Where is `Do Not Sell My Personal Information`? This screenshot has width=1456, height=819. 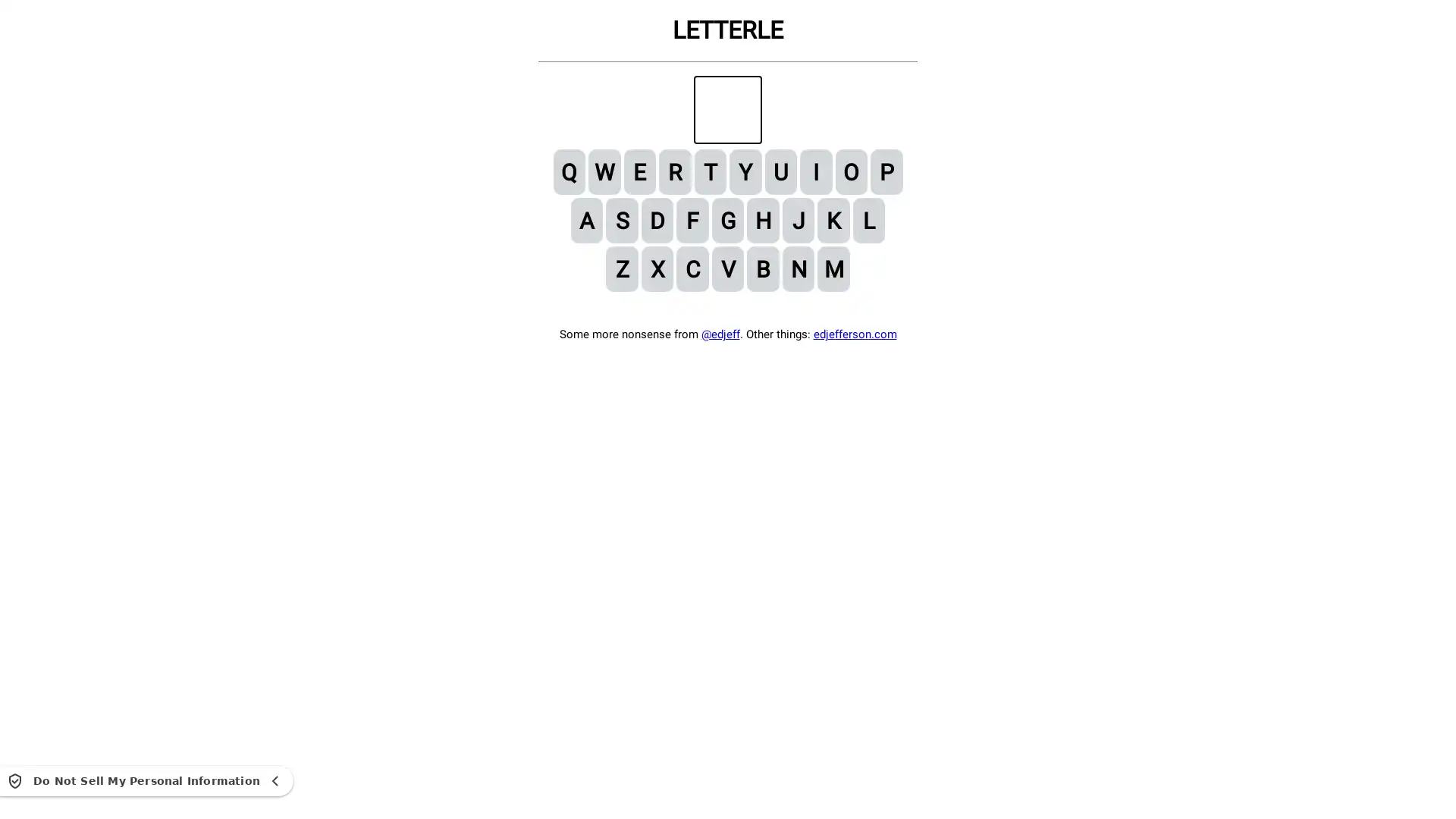
Do Not Sell My Personal Information is located at coordinates (146, 780).